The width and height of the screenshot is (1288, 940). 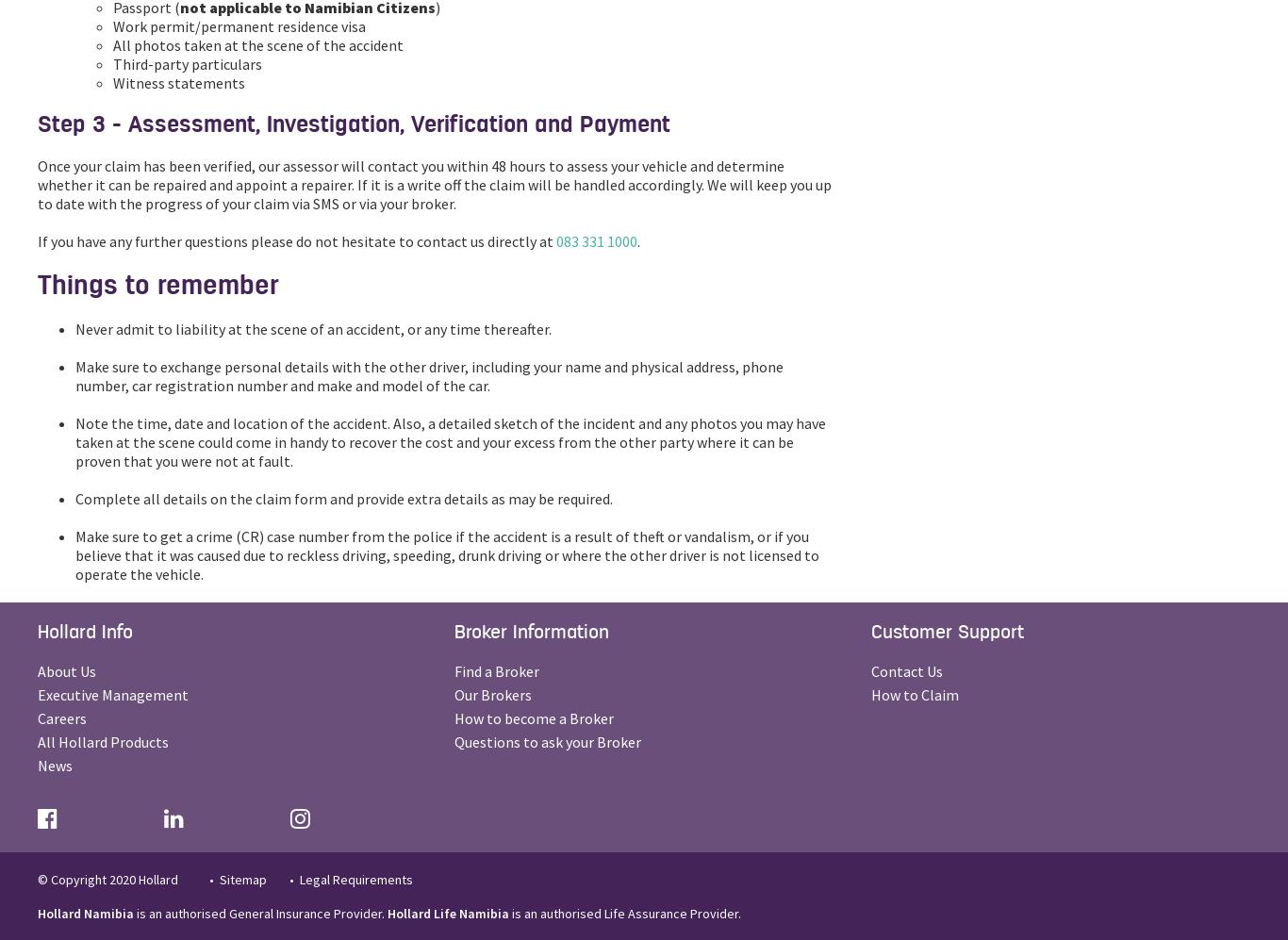 I want to click on 'Customer Support', so click(x=947, y=632).